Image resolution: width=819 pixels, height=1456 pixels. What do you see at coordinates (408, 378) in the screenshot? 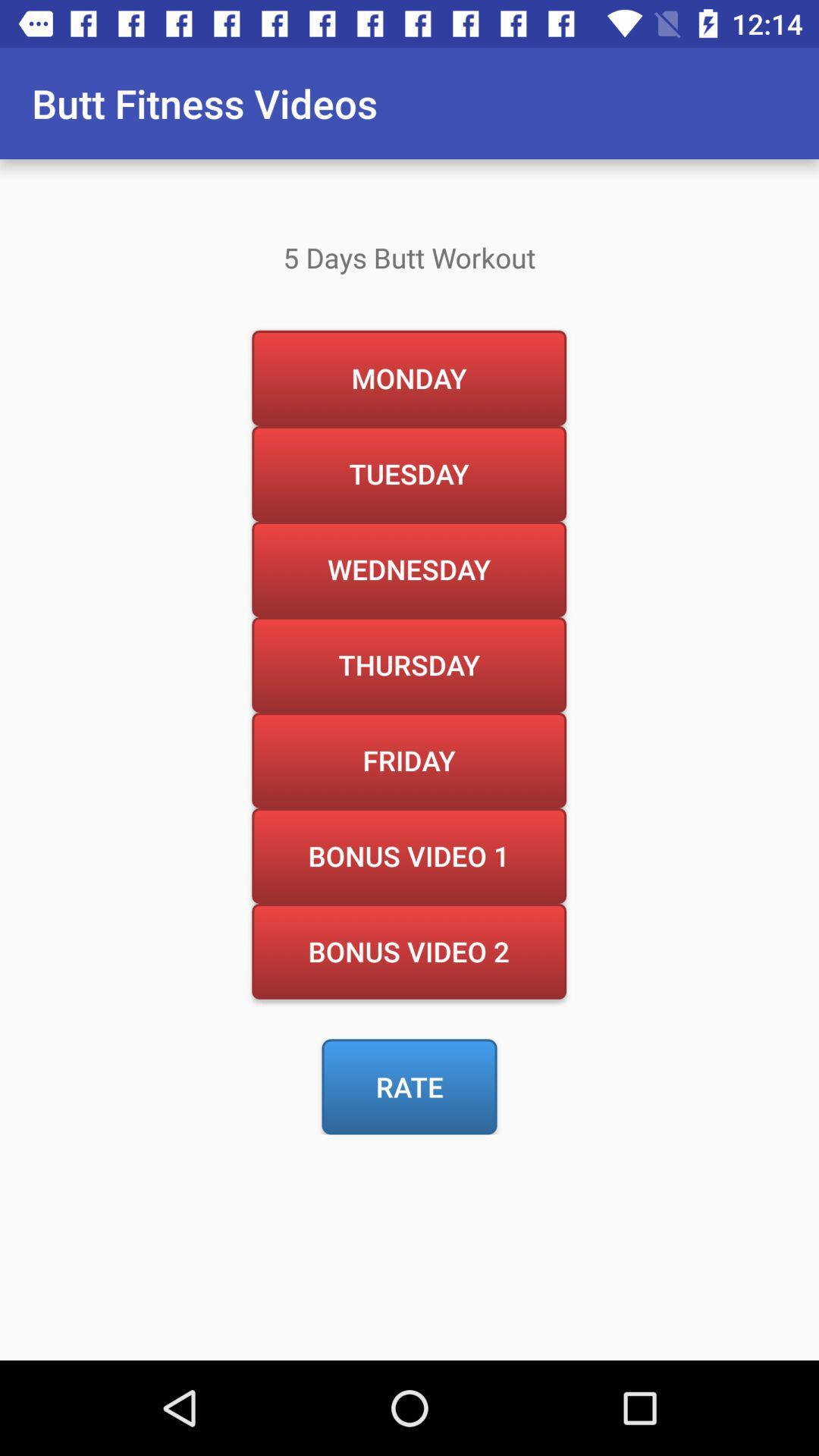
I see `item below the 5 days butt icon` at bounding box center [408, 378].